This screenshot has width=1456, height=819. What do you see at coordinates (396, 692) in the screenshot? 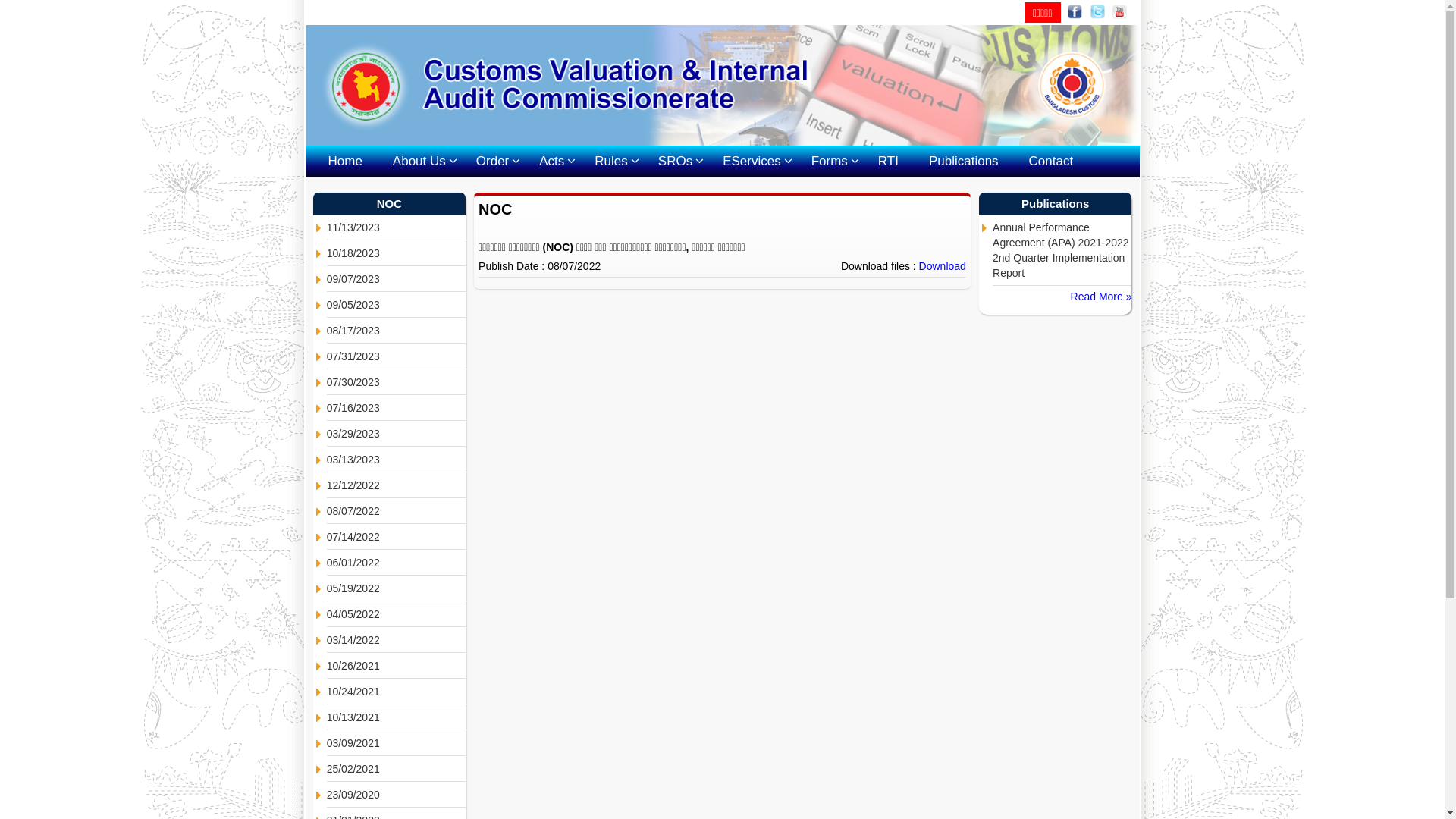
I see `'10/24/2021'` at bounding box center [396, 692].